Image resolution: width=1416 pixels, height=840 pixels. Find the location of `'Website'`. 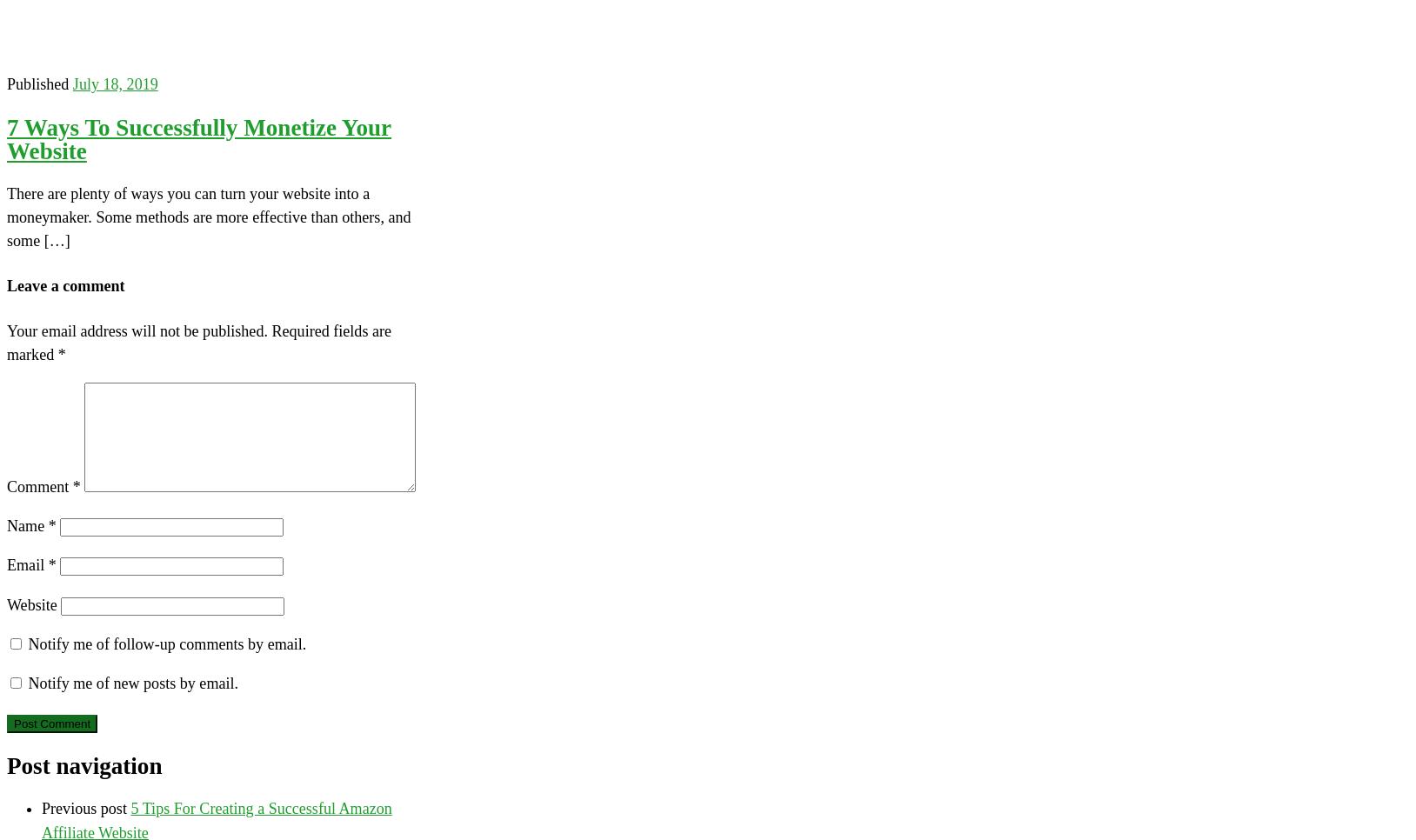

'Website' is located at coordinates (5, 603).